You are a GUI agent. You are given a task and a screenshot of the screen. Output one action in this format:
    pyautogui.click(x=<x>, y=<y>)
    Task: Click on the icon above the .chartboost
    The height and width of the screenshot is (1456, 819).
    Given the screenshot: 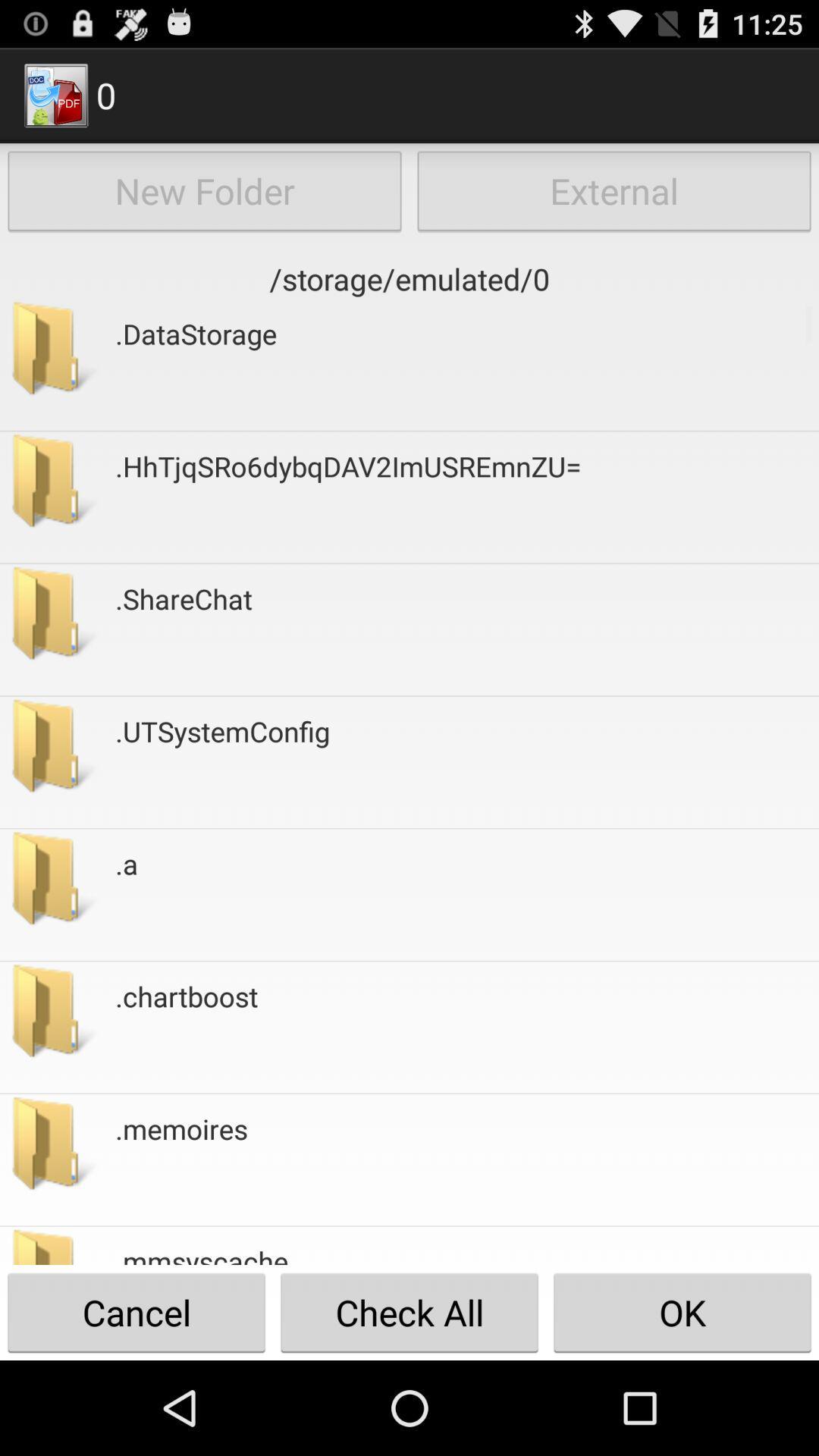 What is the action you would take?
    pyautogui.click(x=126, y=895)
    